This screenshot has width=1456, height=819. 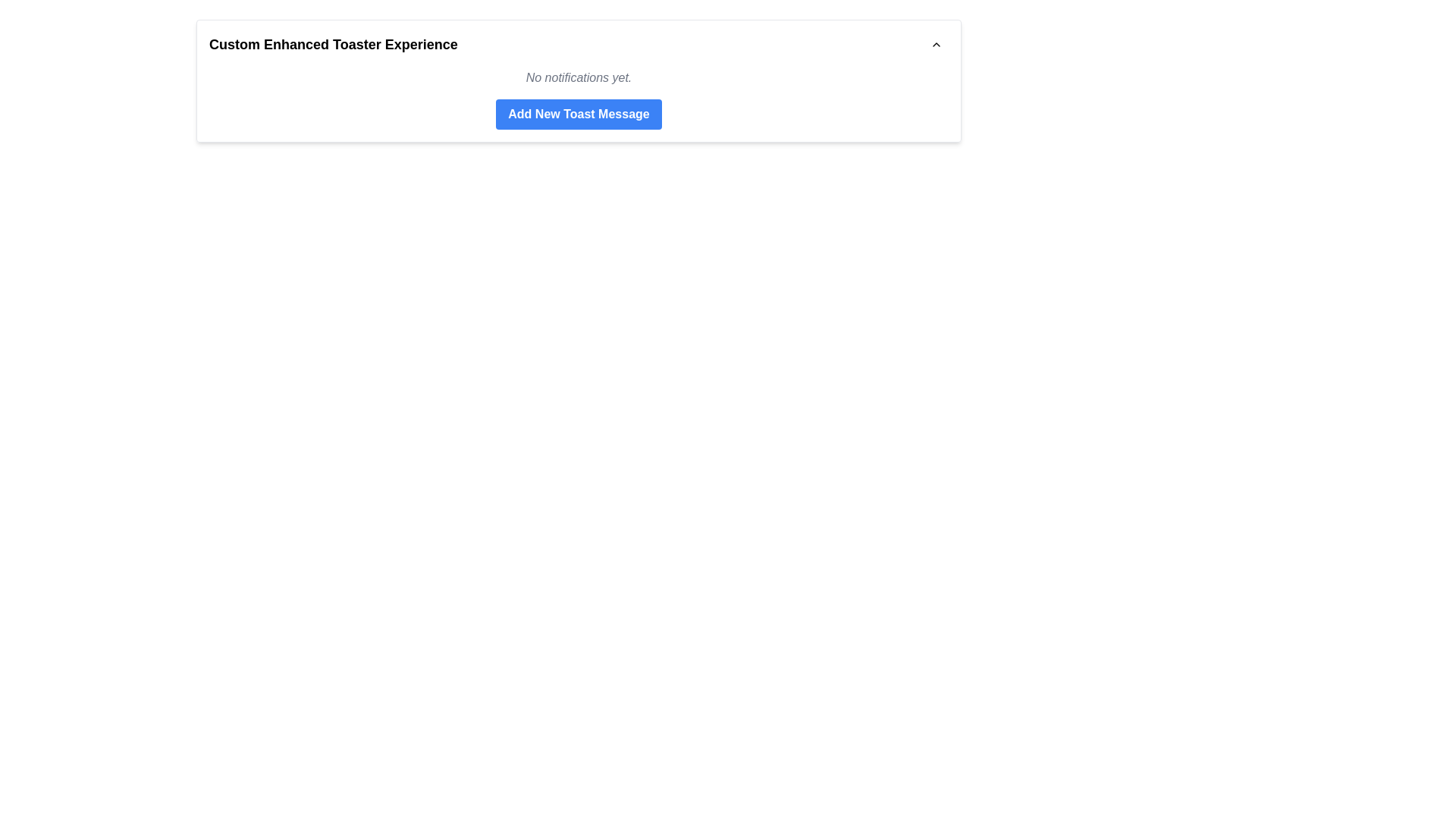 I want to click on text from the title or header Text Label located at the top-left corner of the interface, so click(x=332, y=43).